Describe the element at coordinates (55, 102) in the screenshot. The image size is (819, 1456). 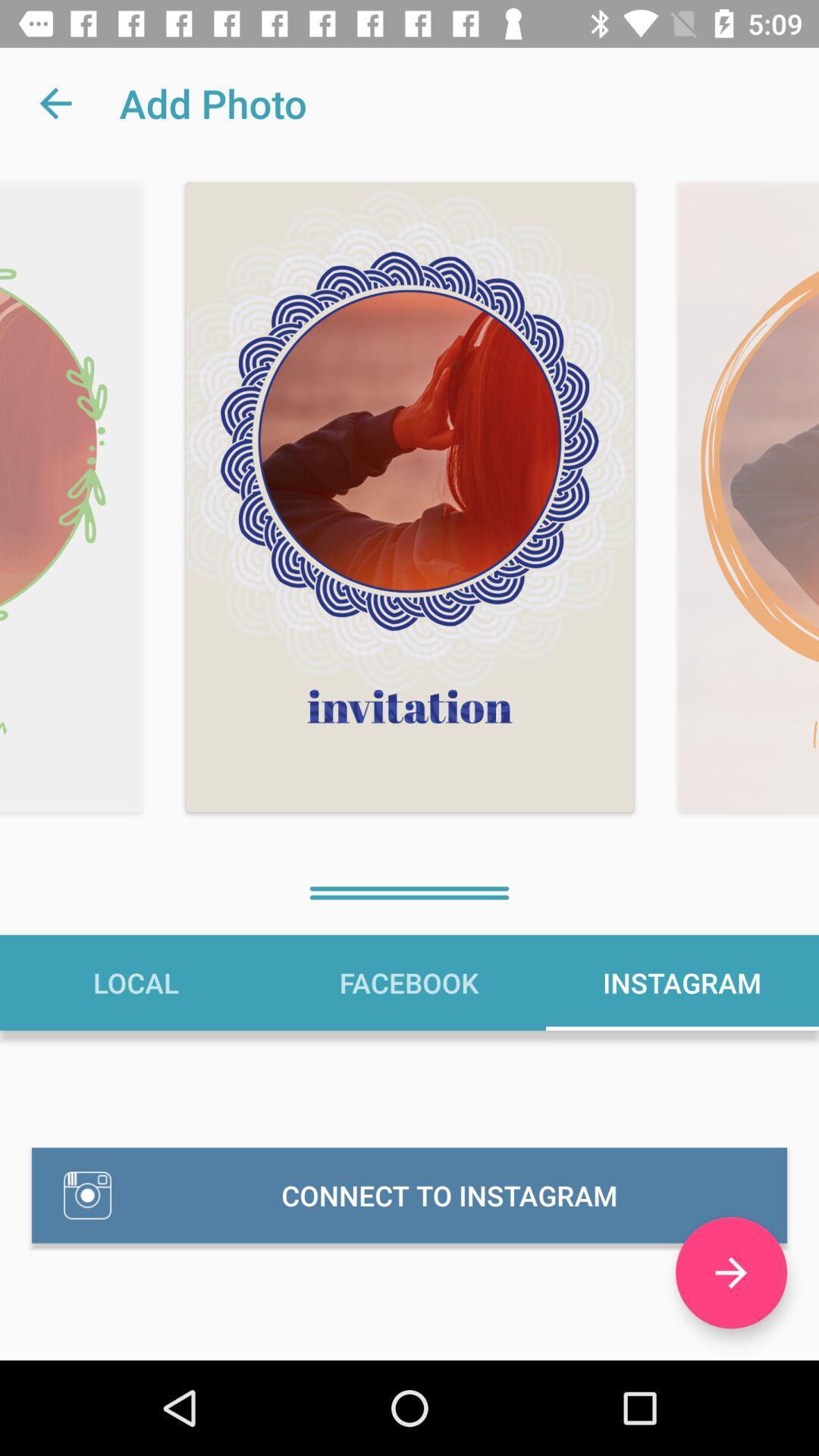
I see `the icon next to add photo icon` at that location.